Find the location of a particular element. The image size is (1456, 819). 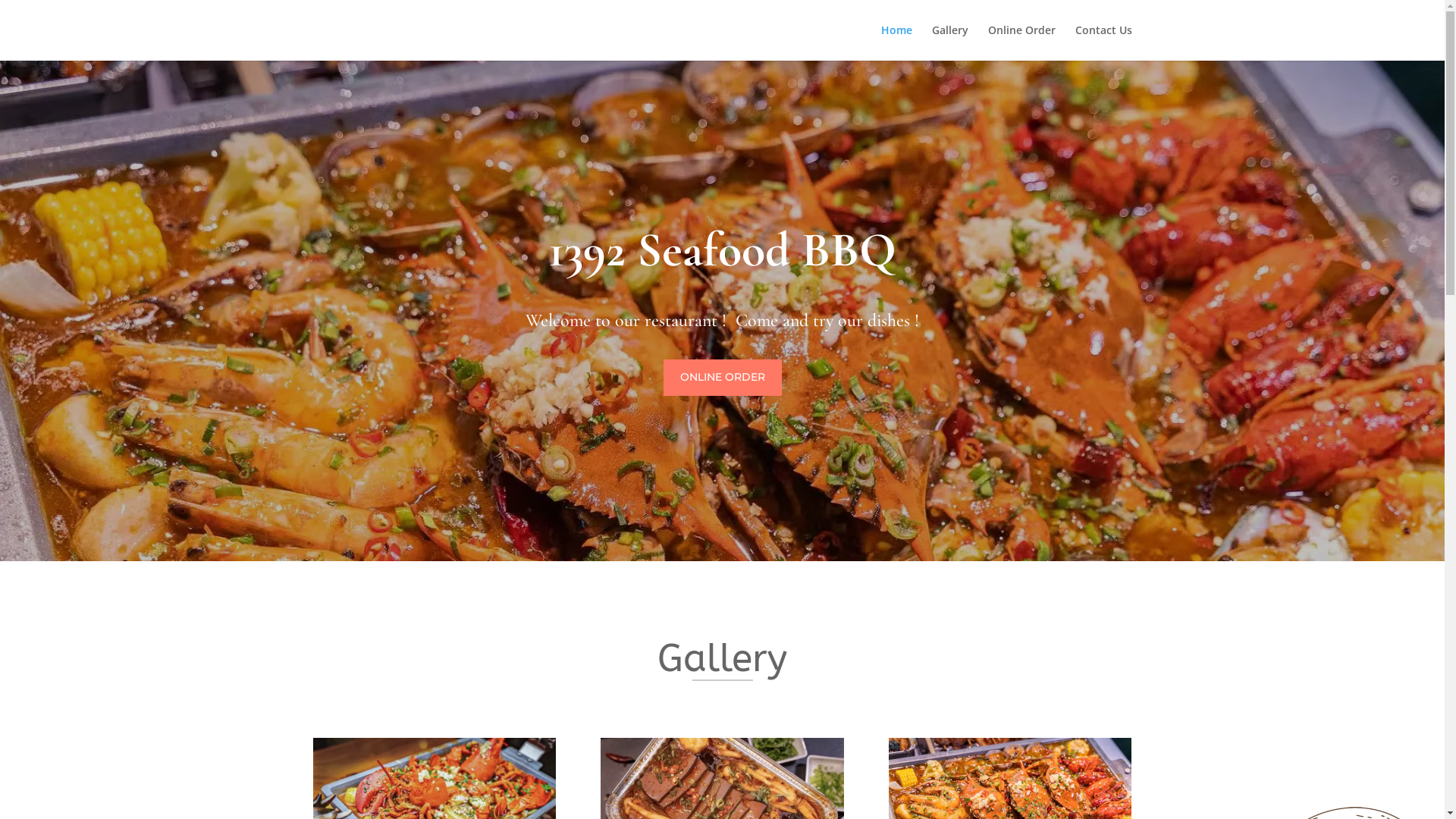

'Home' is located at coordinates (896, 42).